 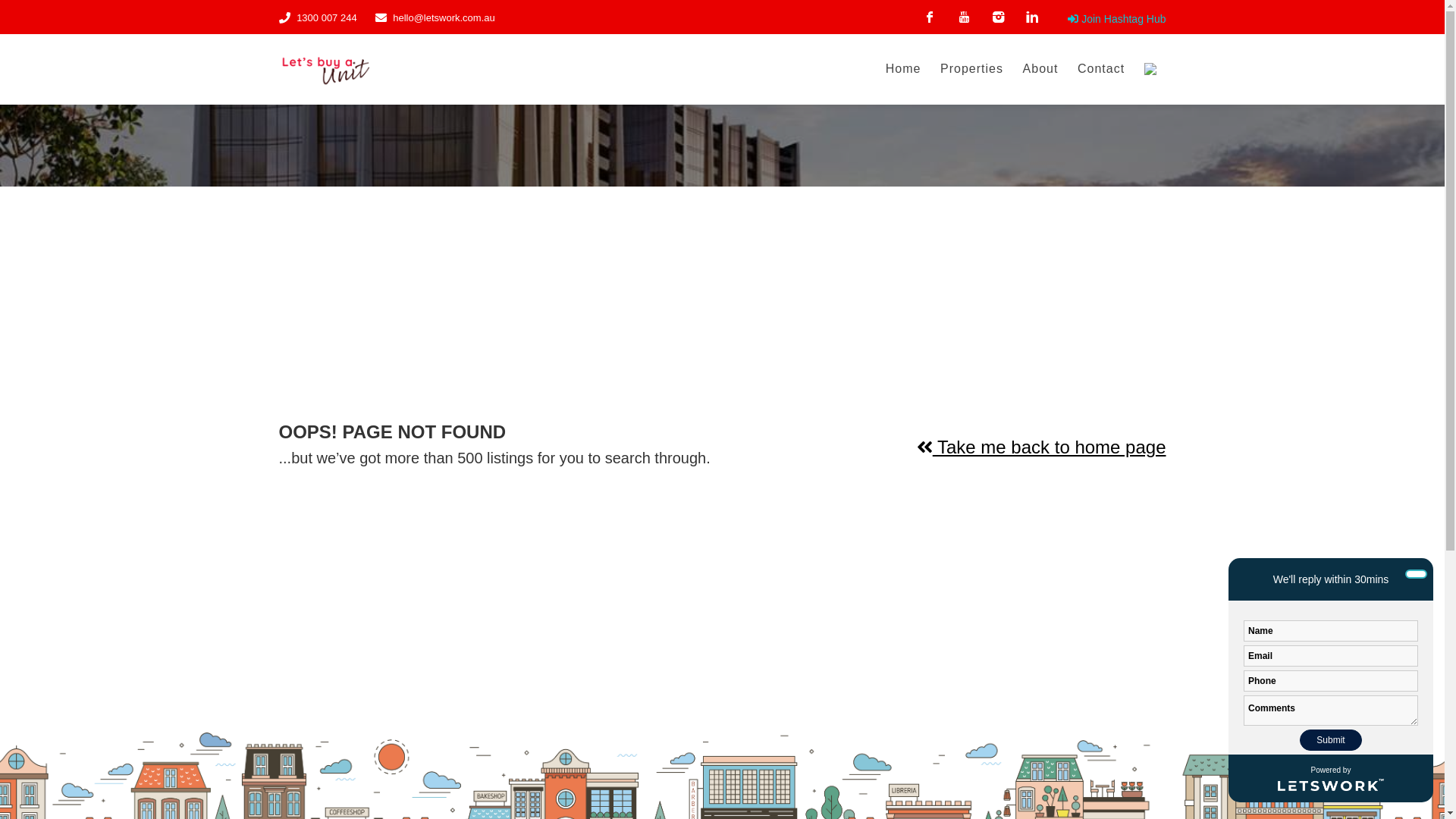 What do you see at coordinates (1100, 69) in the screenshot?
I see `'Contact'` at bounding box center [1100, 69].